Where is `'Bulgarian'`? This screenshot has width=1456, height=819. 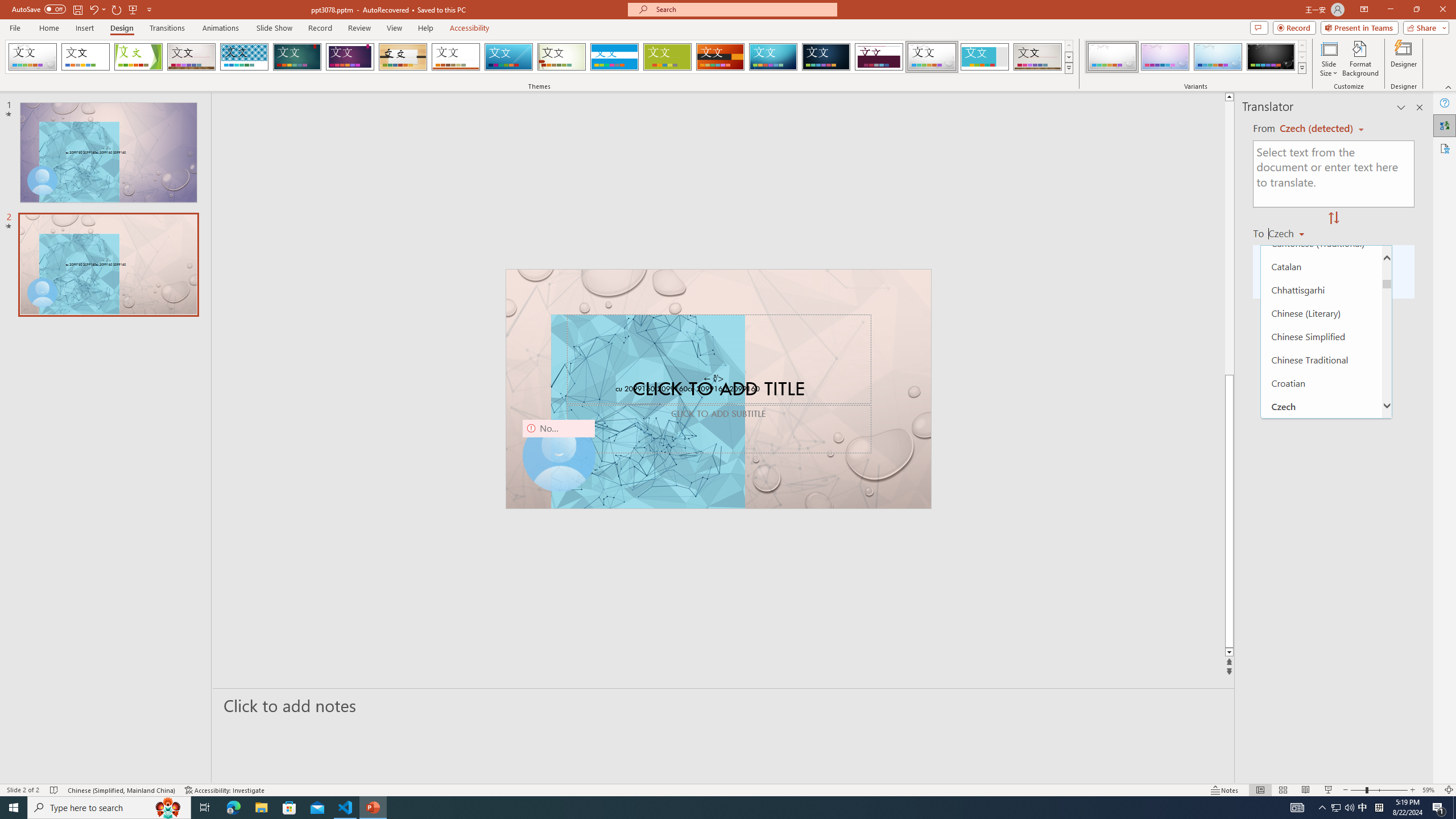 'Bulgarian' is located at coordinates (1321, 220).